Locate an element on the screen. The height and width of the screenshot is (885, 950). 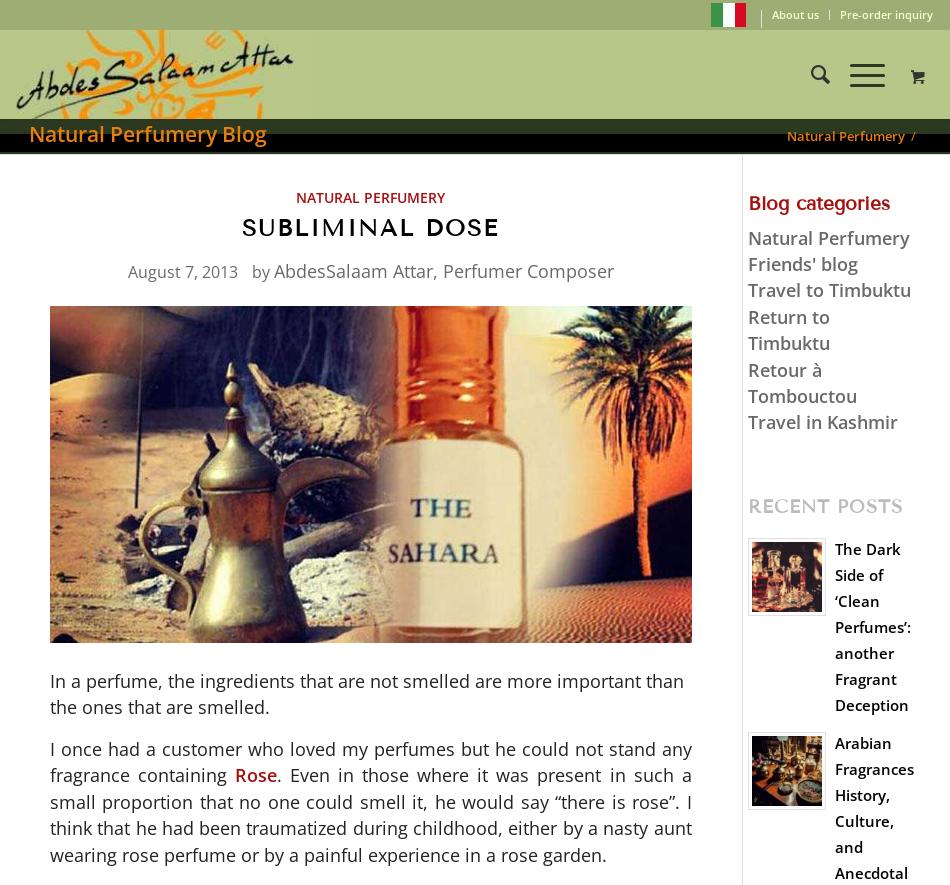
'Recent Posts' is located at coordinates (823, 506).